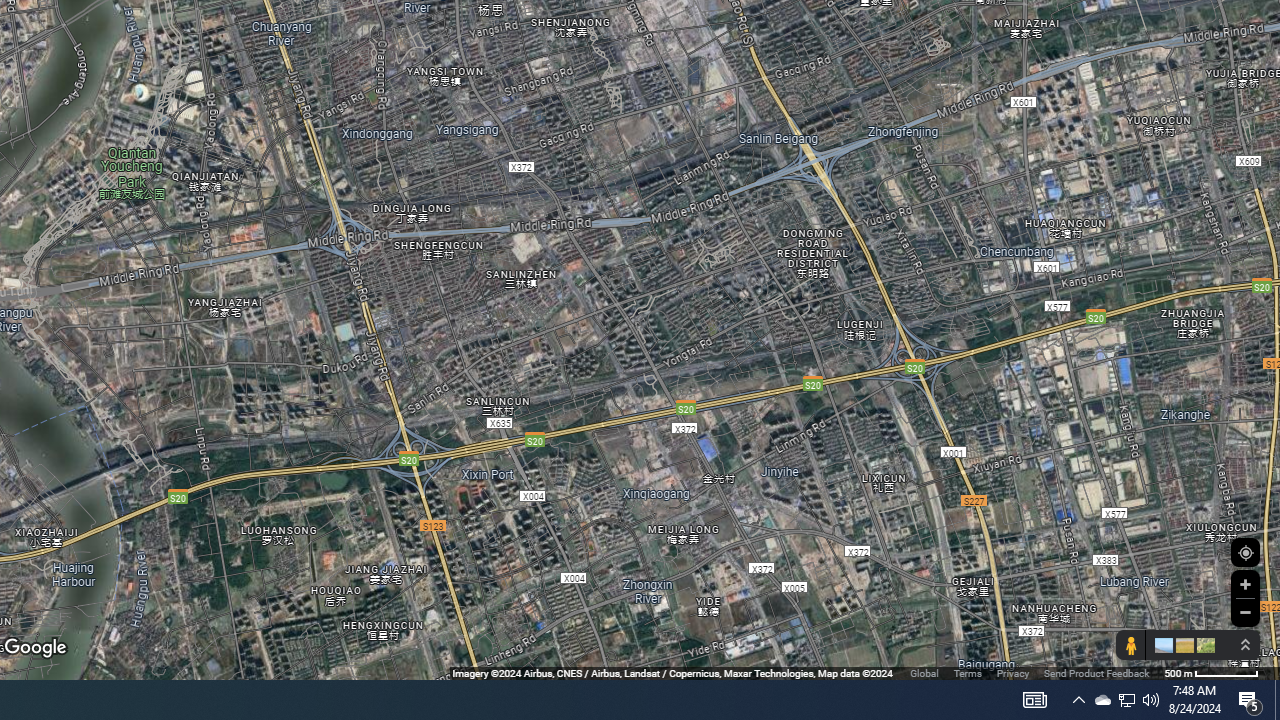 The width and height of the screenshot is (1280, 720). What do you see at coordinates (1244, 611) in the screenshot?
I see `'Zoom out'` at bounding box center [1244, 611].